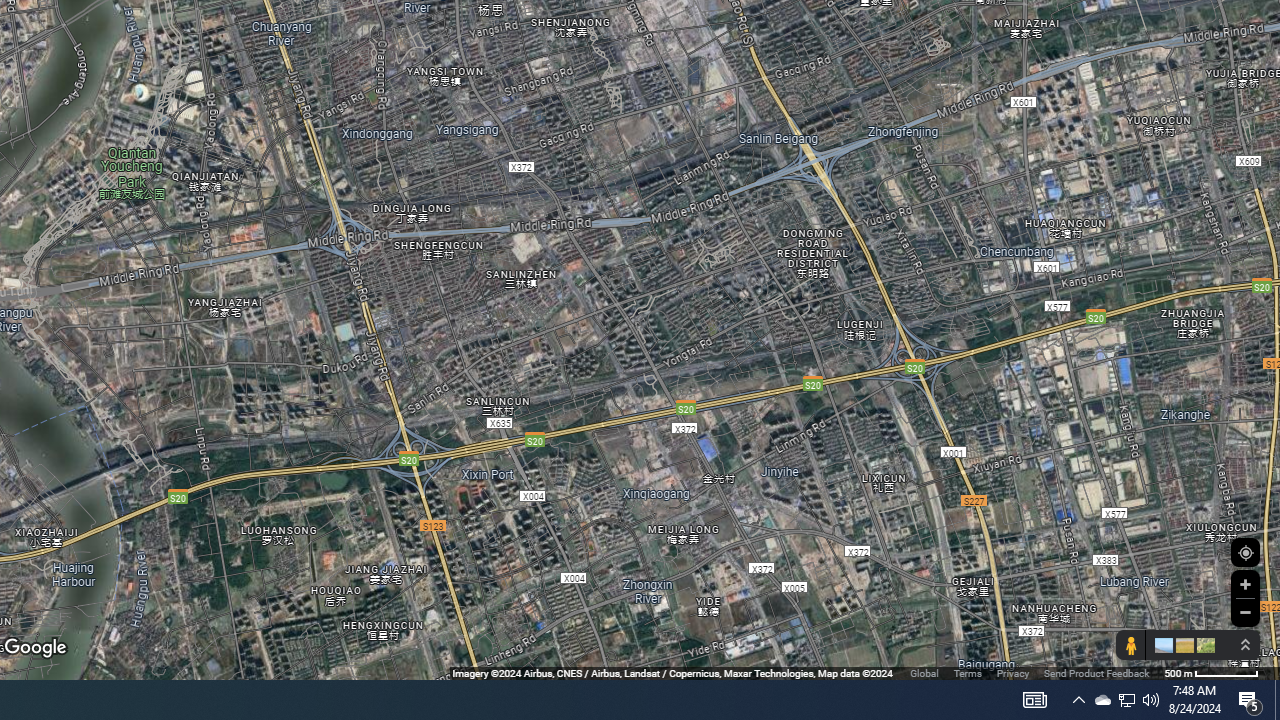 The width and height of the screenshot is (1280, 720). What do you see at coordinates (1244, 611) in the screenshot?
I see `'Zoom out'` at bounding box center [1244, 611].